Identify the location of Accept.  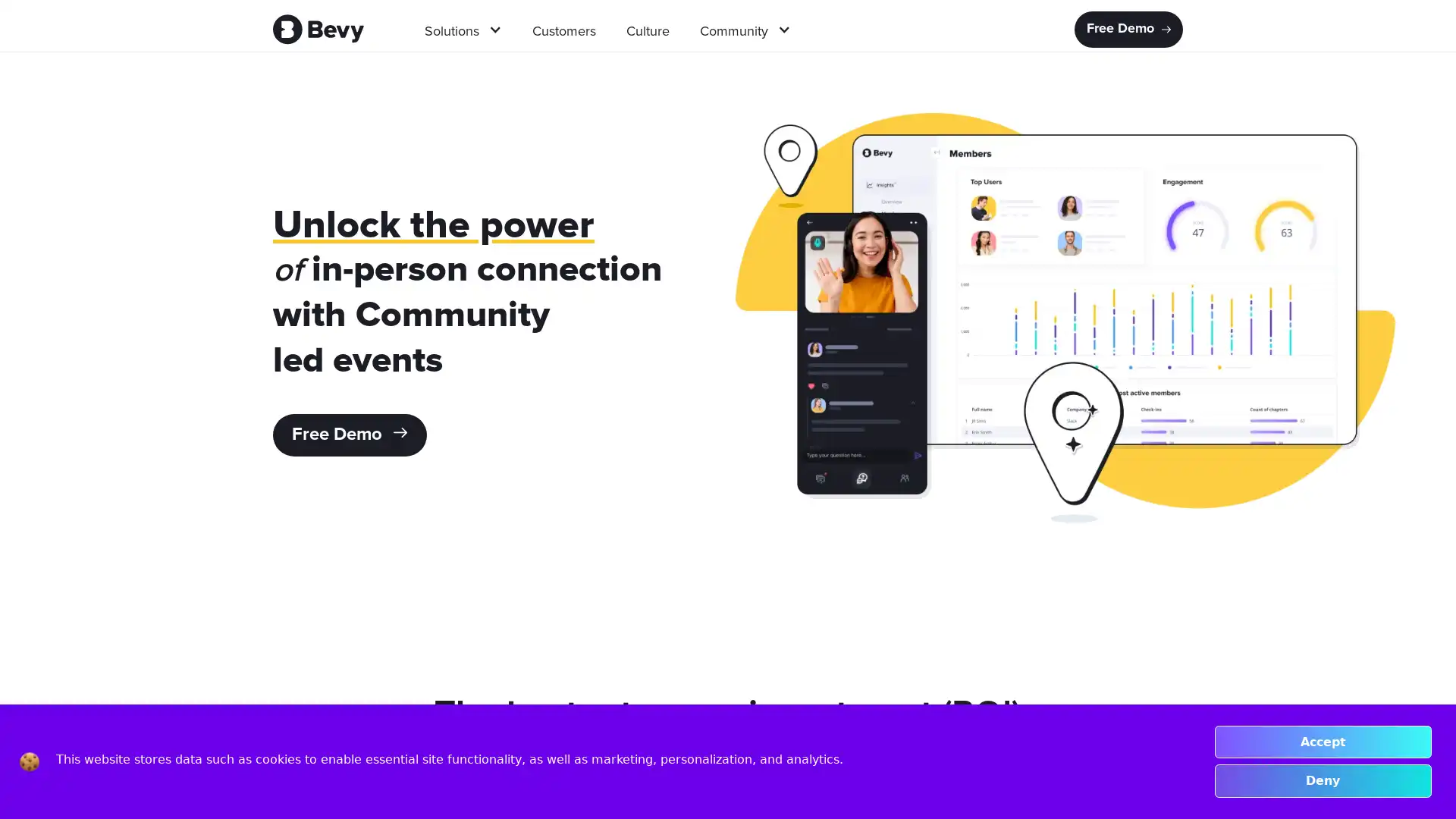
(1322, 741).